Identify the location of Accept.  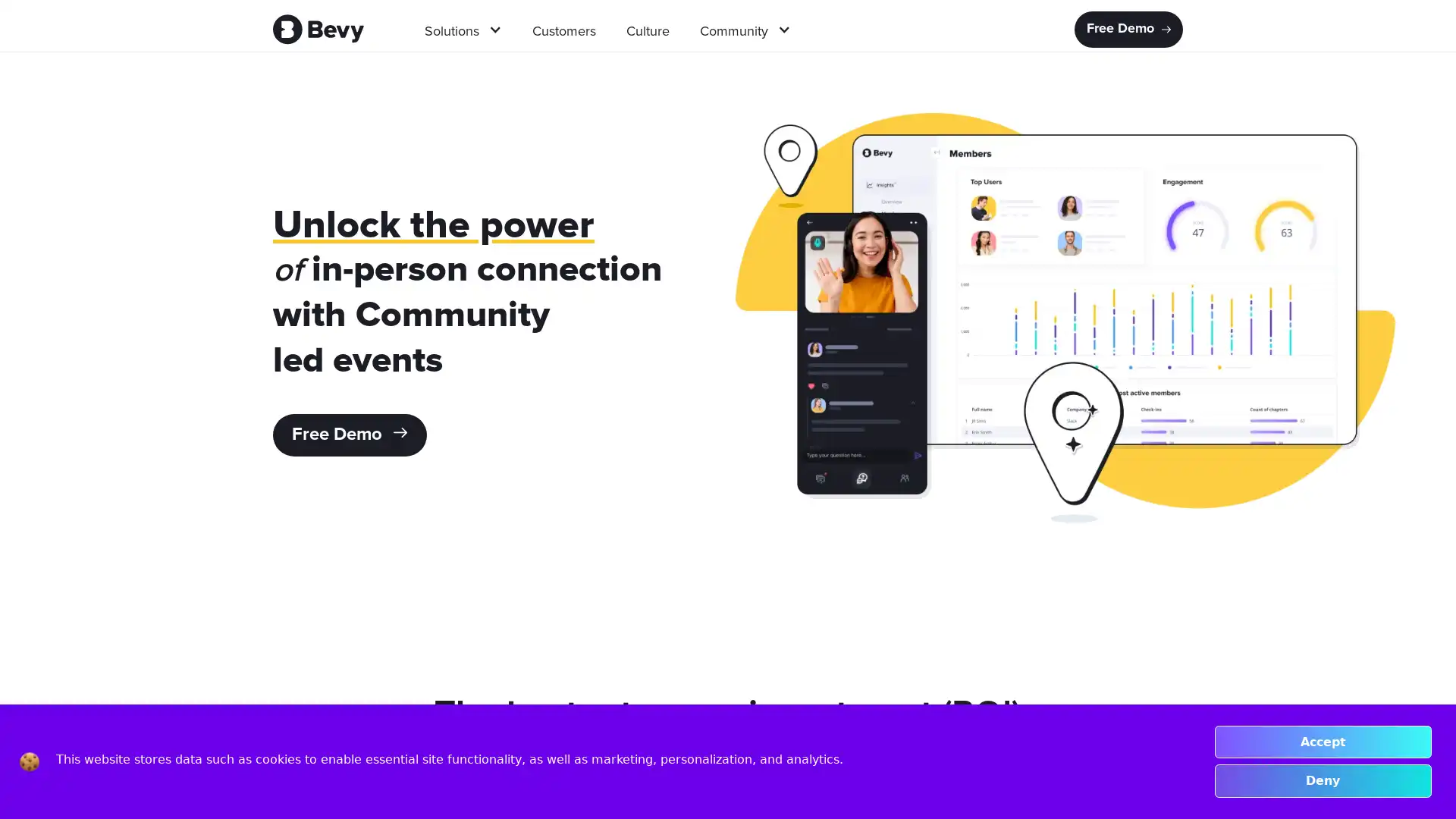
(1322, 741).